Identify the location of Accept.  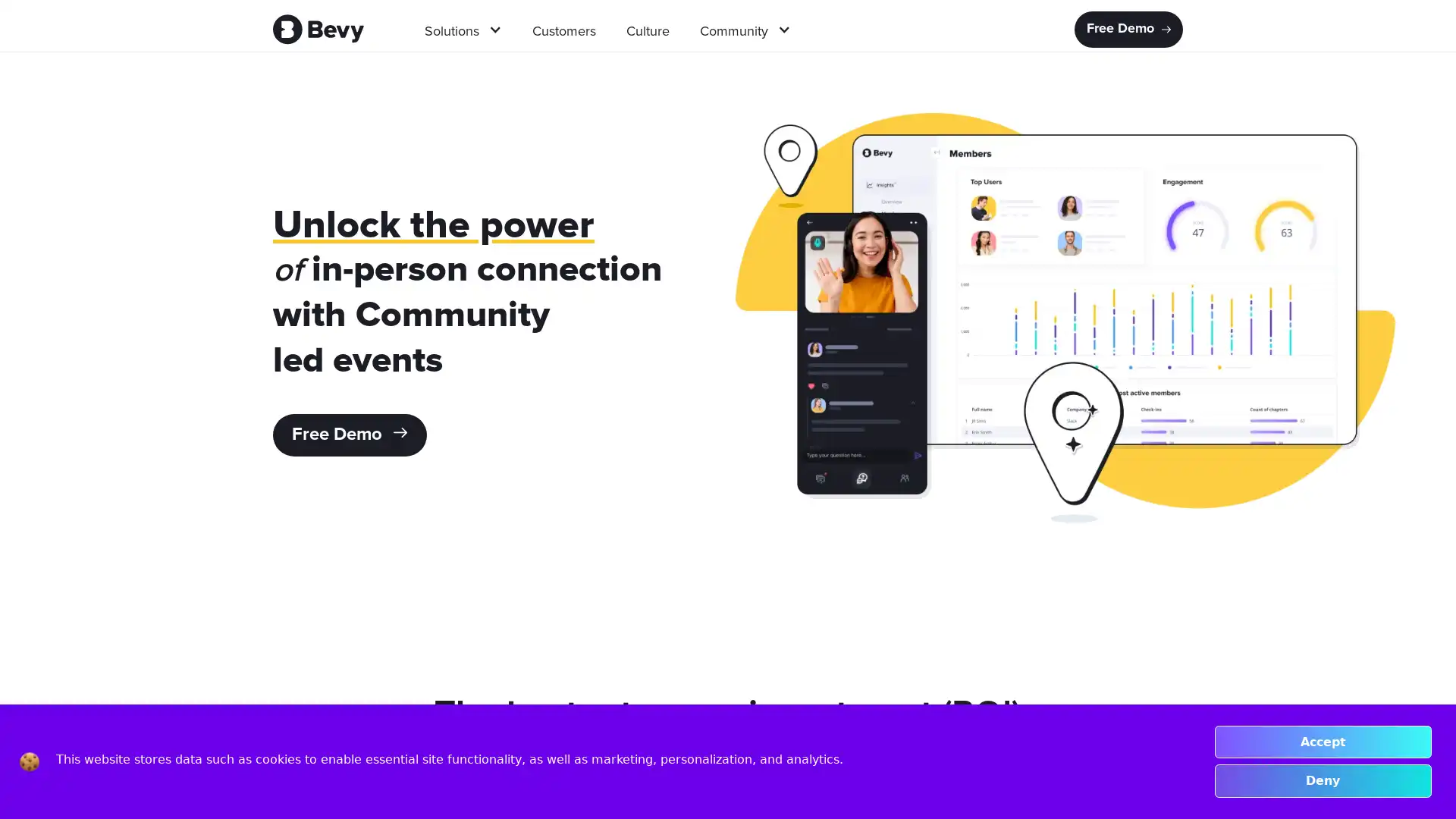
(1322, 741).